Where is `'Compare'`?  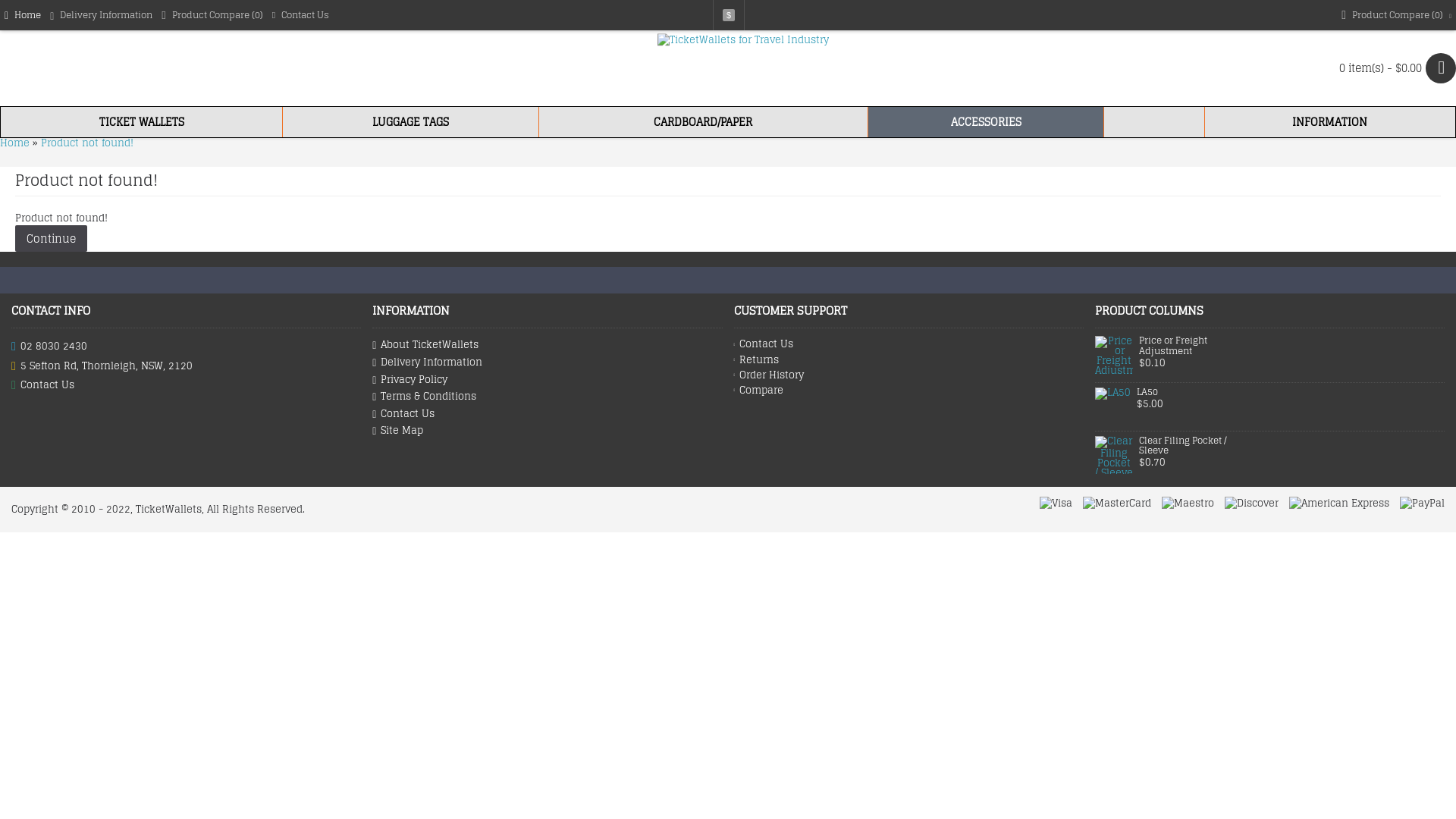 'Compare' is located at coordinates (734, 390).